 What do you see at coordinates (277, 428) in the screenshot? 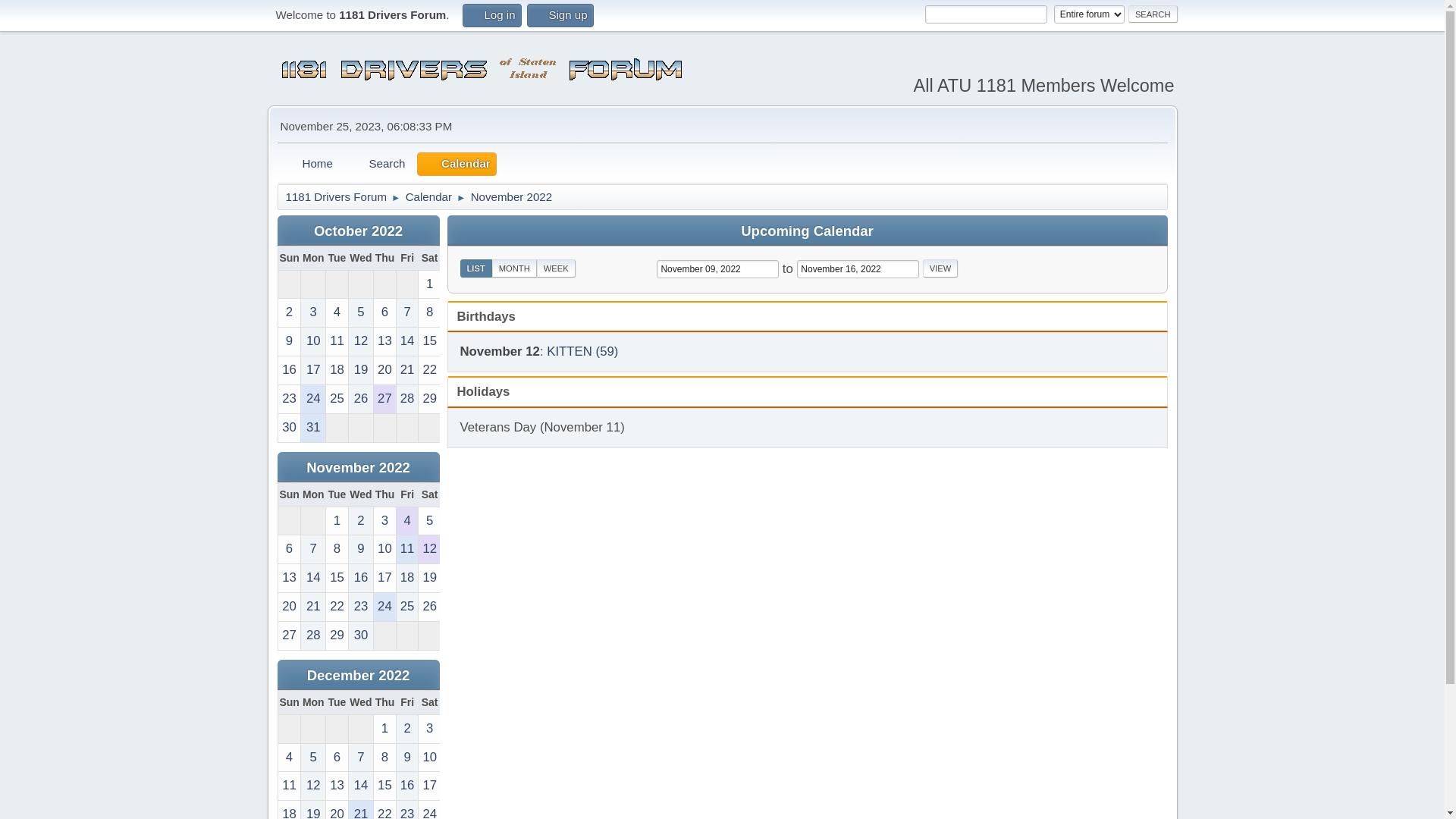
I see `'30'` at bounding box center [277, 428].